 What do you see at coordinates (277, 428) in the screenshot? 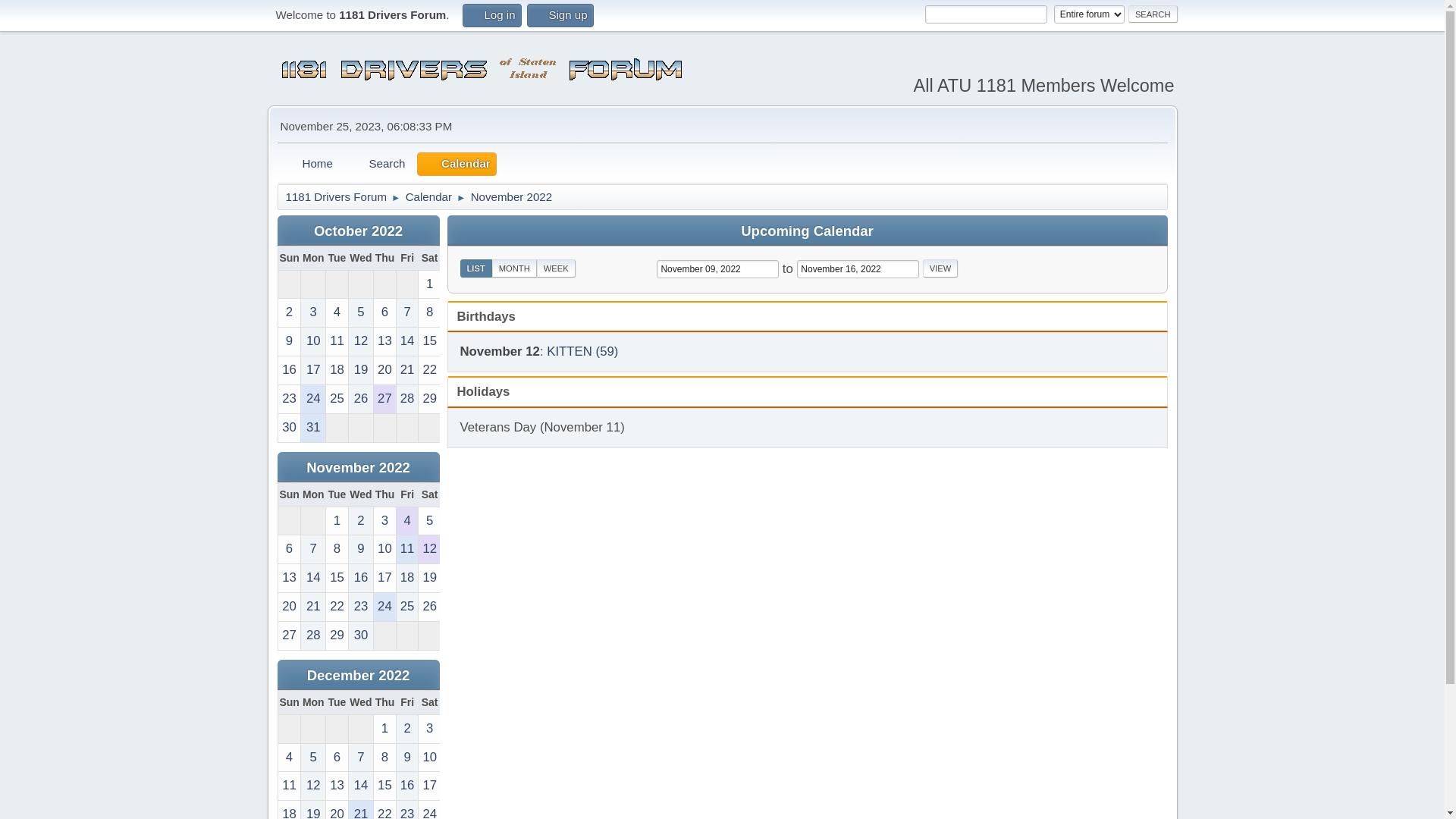
I see `'30'` at bounding box center [277, 428].